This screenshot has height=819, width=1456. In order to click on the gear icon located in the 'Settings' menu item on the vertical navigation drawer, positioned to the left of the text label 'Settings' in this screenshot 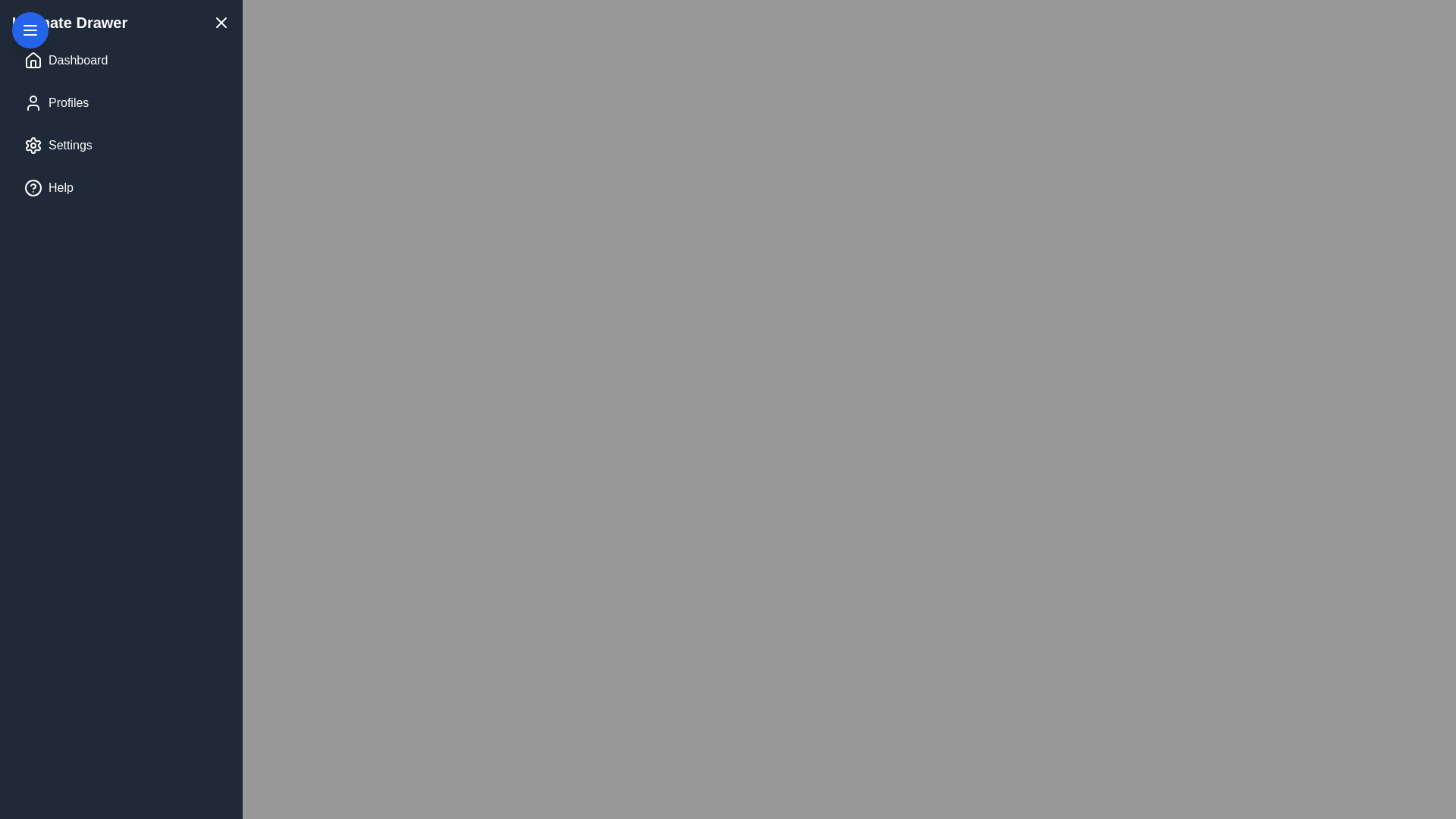, I will do `click(33, 146)`.